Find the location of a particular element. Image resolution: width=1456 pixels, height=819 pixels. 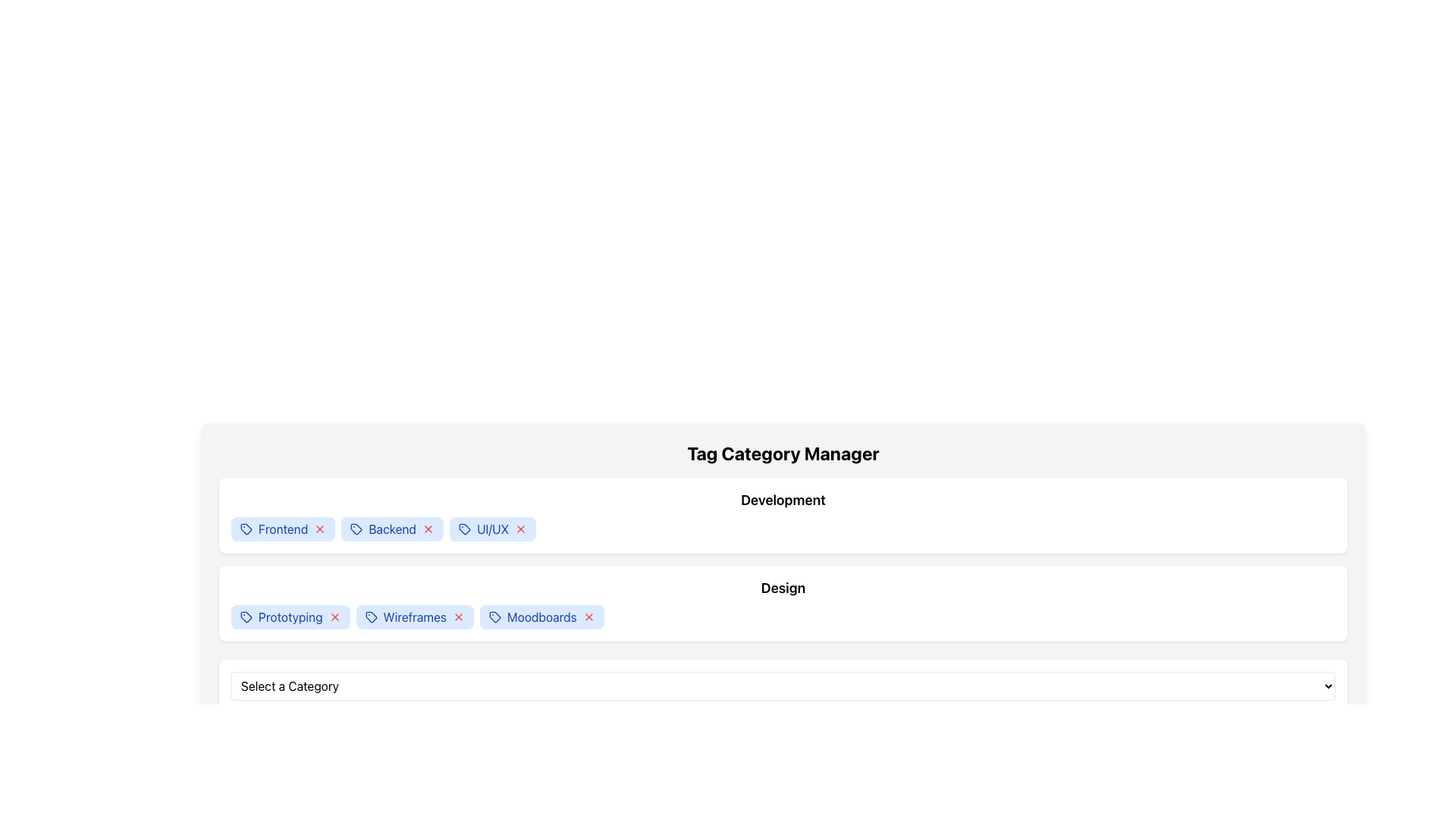

the tag element with a light blue background and dark blue text reading 'Backend', which is the second item in the horizontal list of tags within the 'Development' category is located at coordinates (392, 529).